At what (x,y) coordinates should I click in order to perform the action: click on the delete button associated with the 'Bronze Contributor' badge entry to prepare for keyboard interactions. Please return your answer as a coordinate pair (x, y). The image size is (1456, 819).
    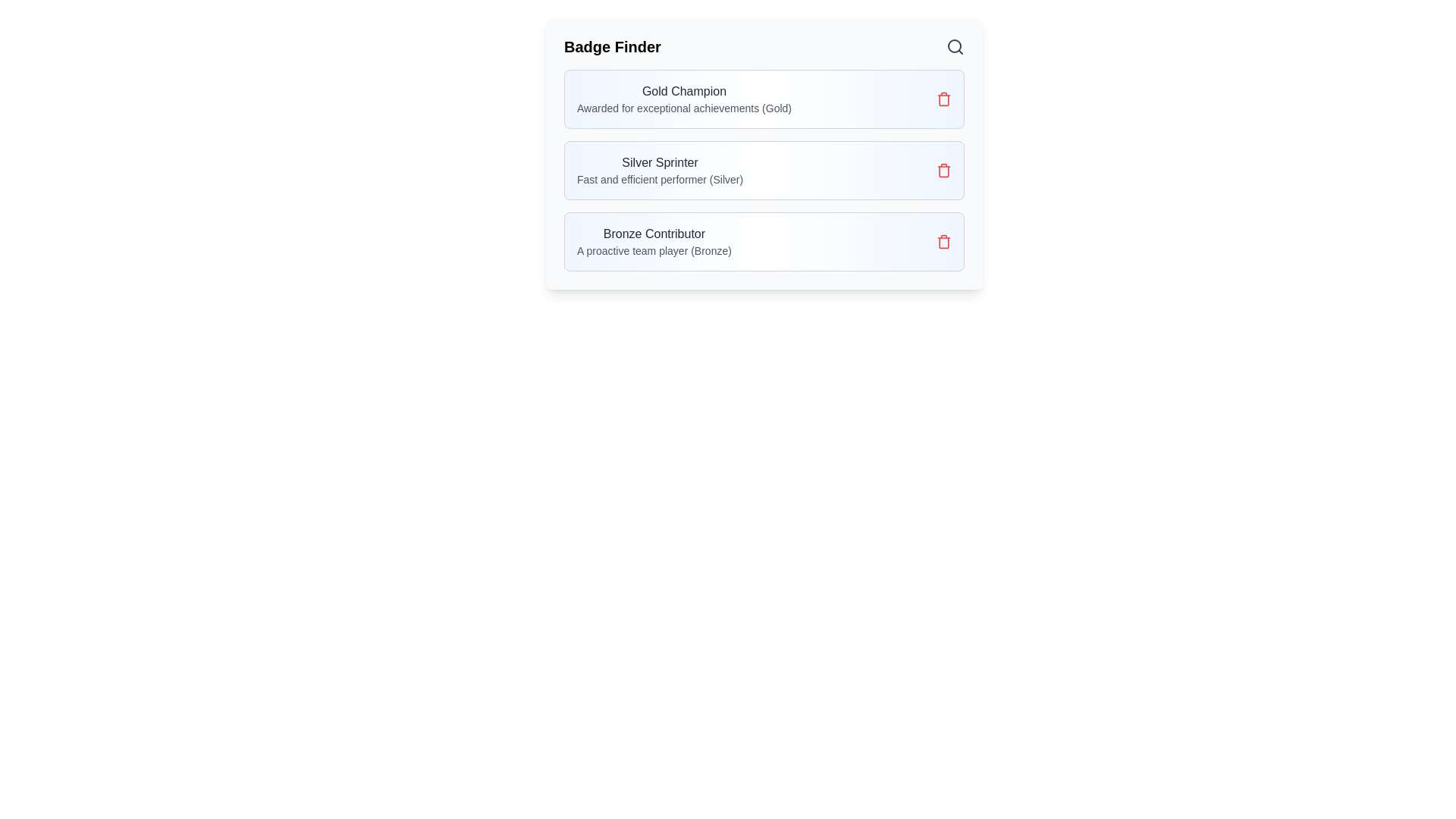
    Looking at the image, I should click on (943, 242).